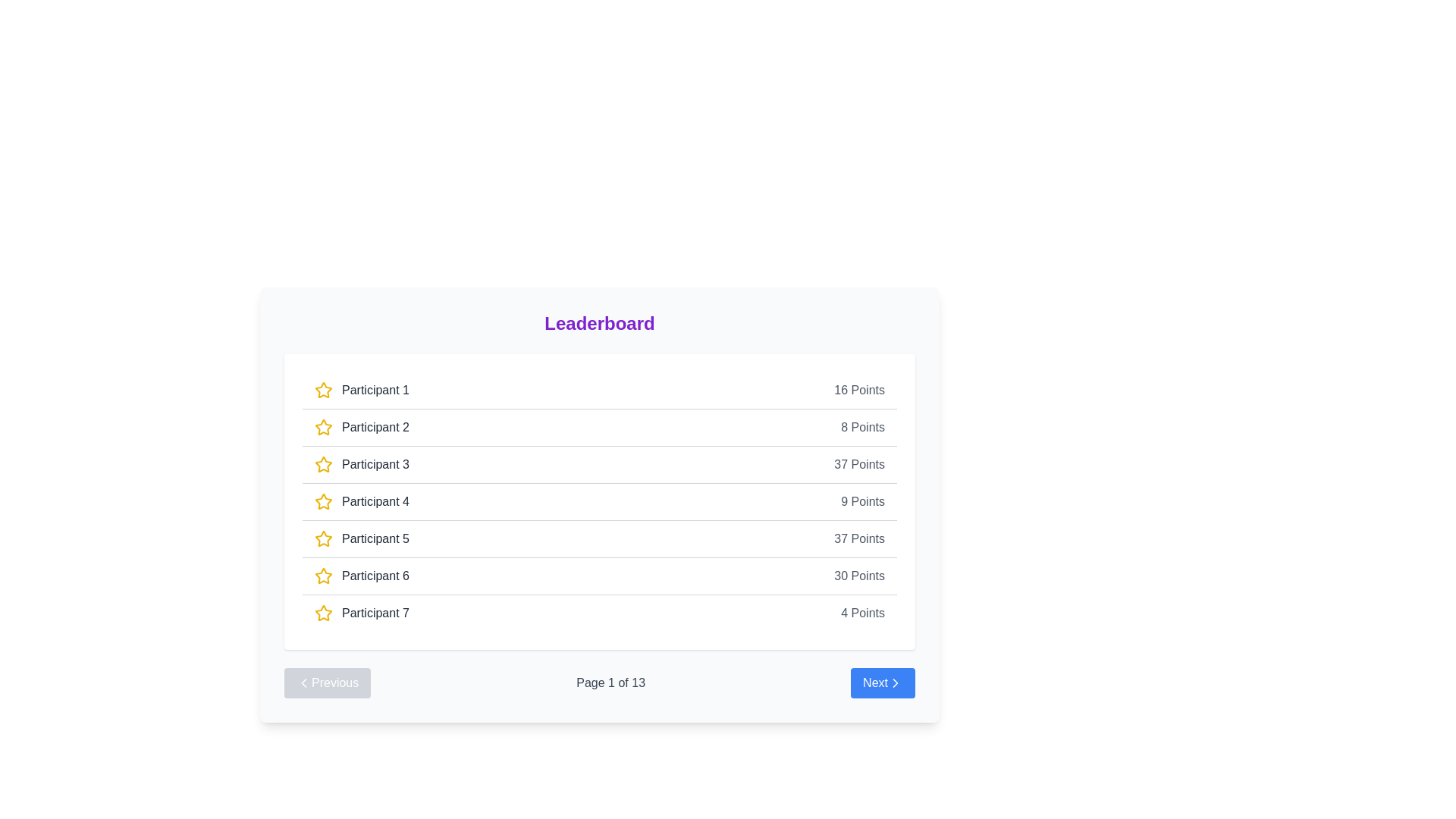 The image size is (1456, 819). What do you see at coordinates (883, 683) in the screenshot?
I see `the 'Next' button, which is a rectangular button with rounded corners, a vibrant blue background, and white text, located on the rightmost side of the navigation bar at the bottom of the leaderboard interface` at bounding box center [883, 683].